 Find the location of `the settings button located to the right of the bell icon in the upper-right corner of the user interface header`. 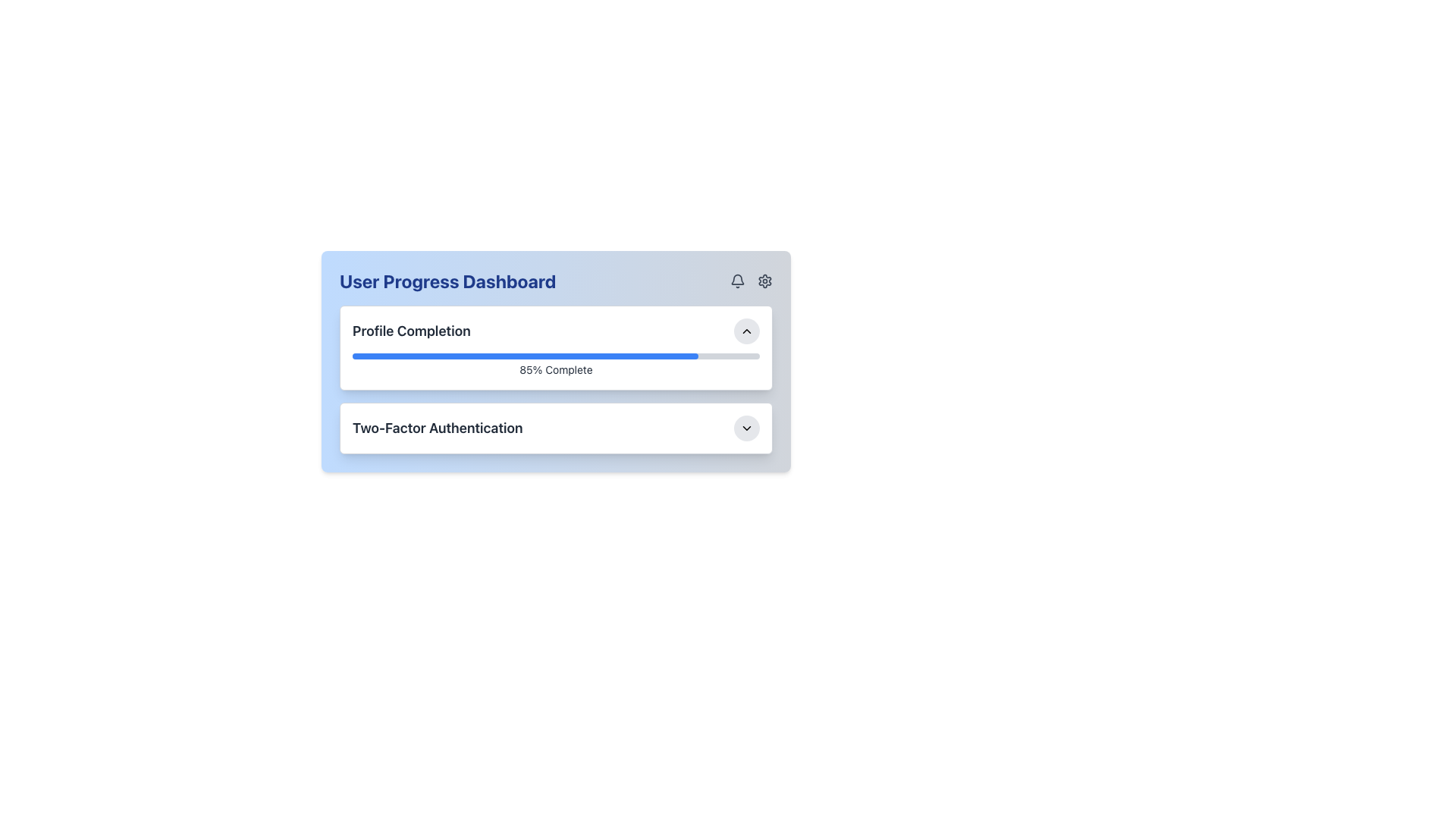

the settings button located to the right of the bell icon in the upper-right corner of the user interface header is located at coordinates (764, 281).